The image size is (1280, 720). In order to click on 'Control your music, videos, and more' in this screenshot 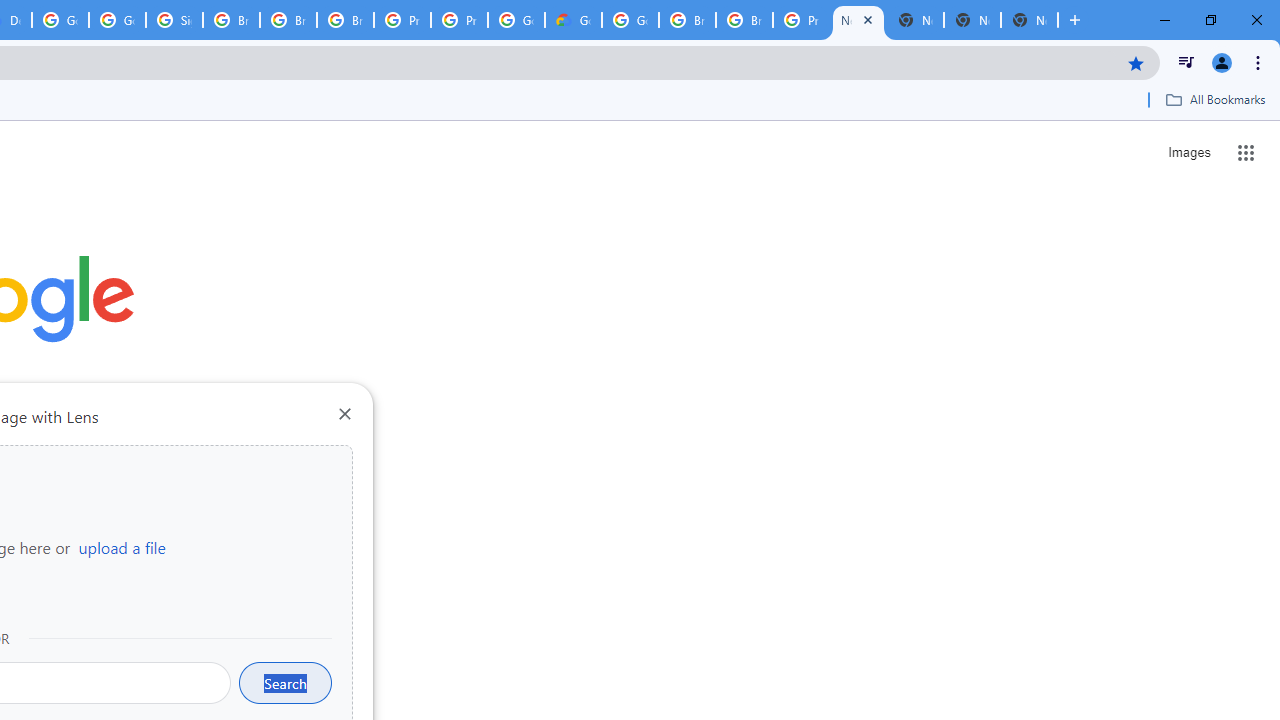, I will do `click(1185, 61)`.